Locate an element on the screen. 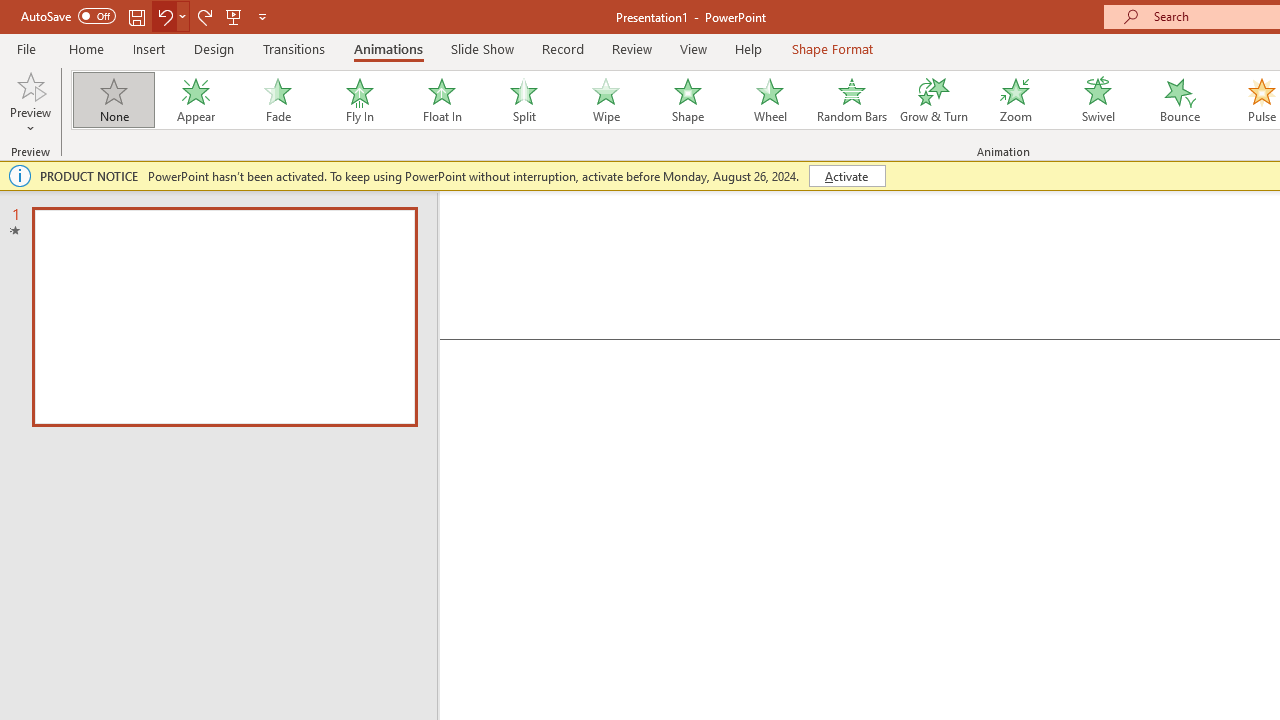  'Shape' is located at coordinates (688, 100).